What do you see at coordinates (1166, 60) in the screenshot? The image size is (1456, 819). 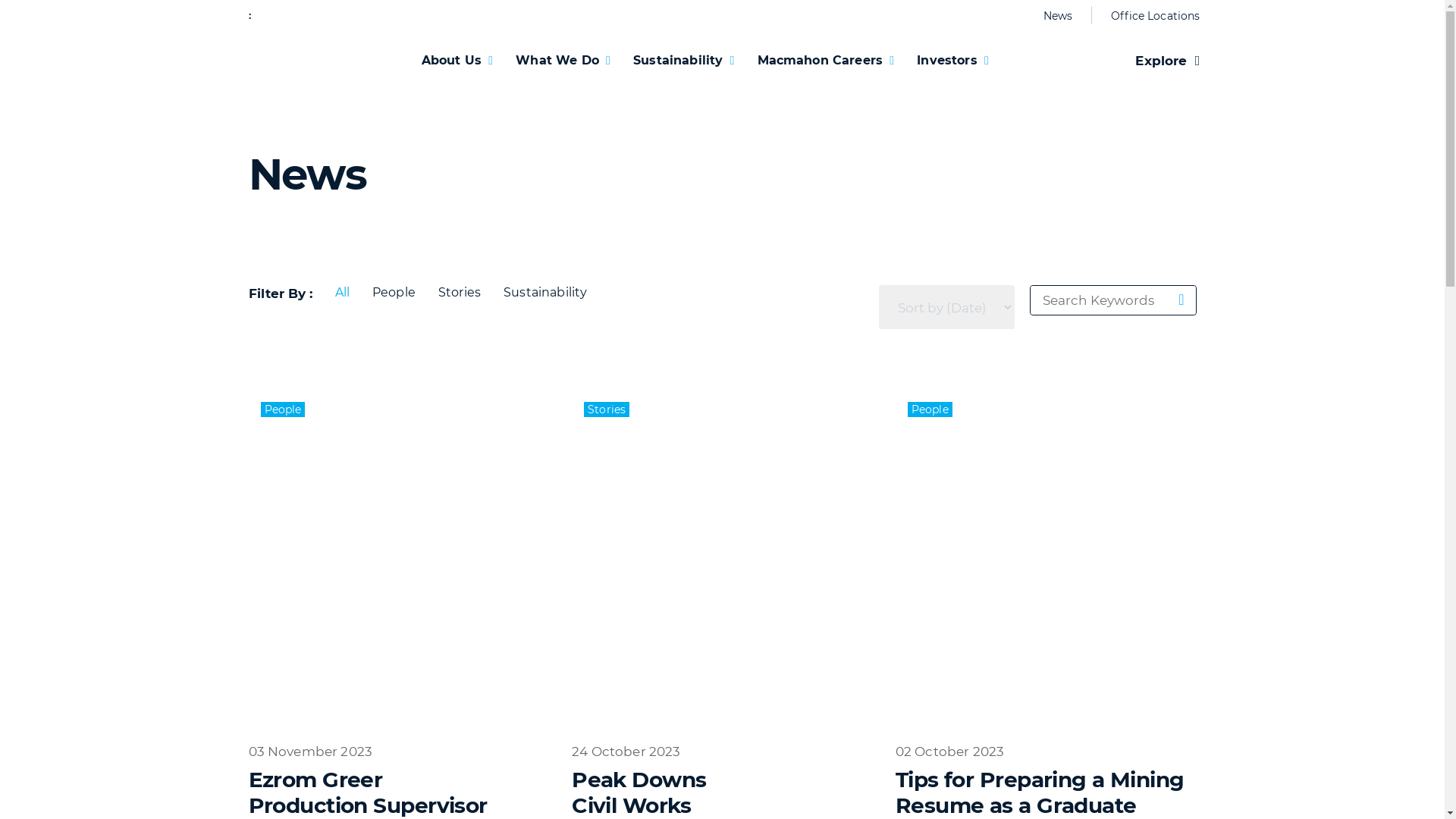 I see `'Explore'` at bounding box center [1166, 60].